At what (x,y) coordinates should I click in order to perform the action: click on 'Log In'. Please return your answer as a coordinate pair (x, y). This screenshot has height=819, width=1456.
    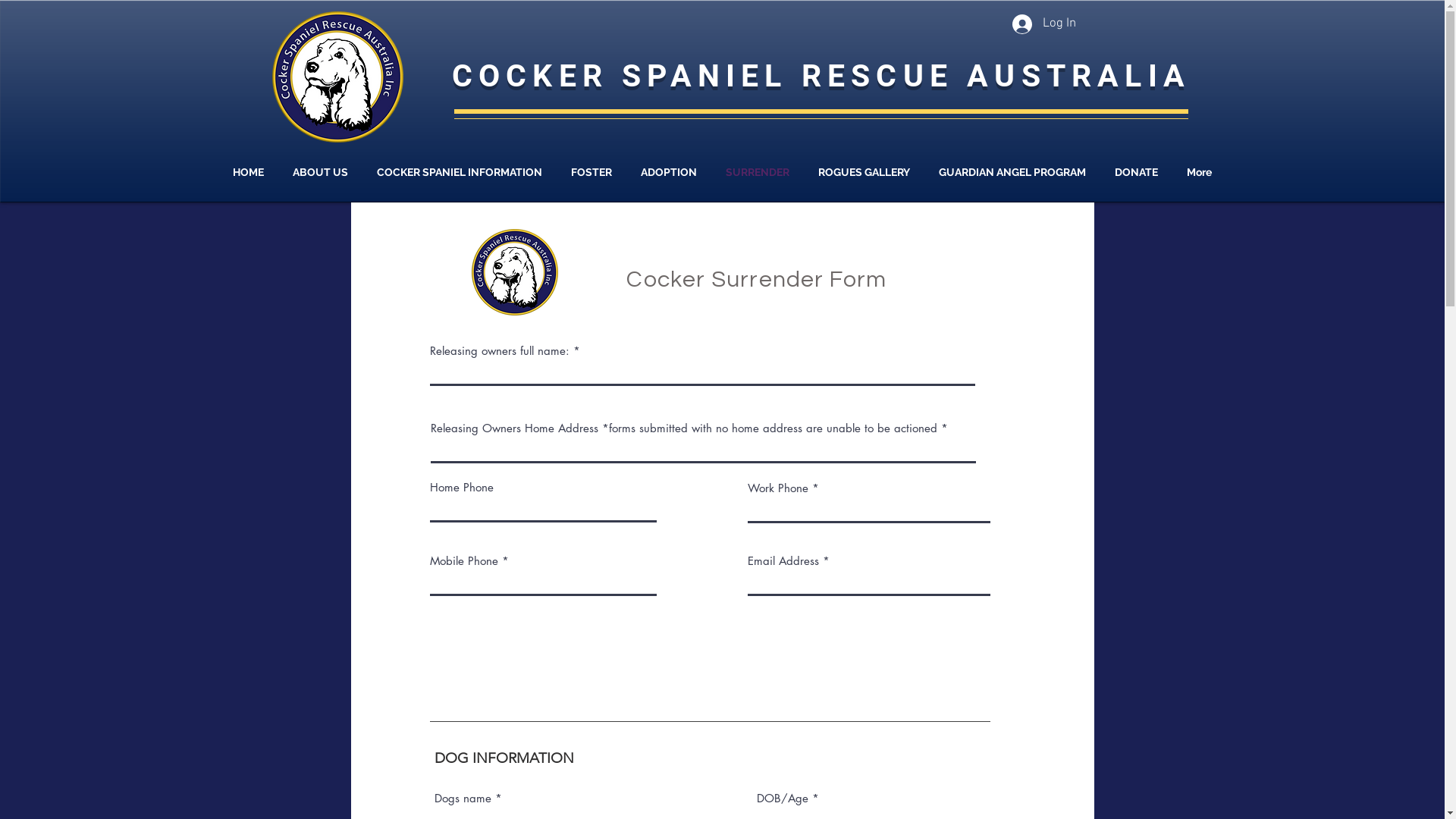
    Looking at the image, I should click on (1043, 24).